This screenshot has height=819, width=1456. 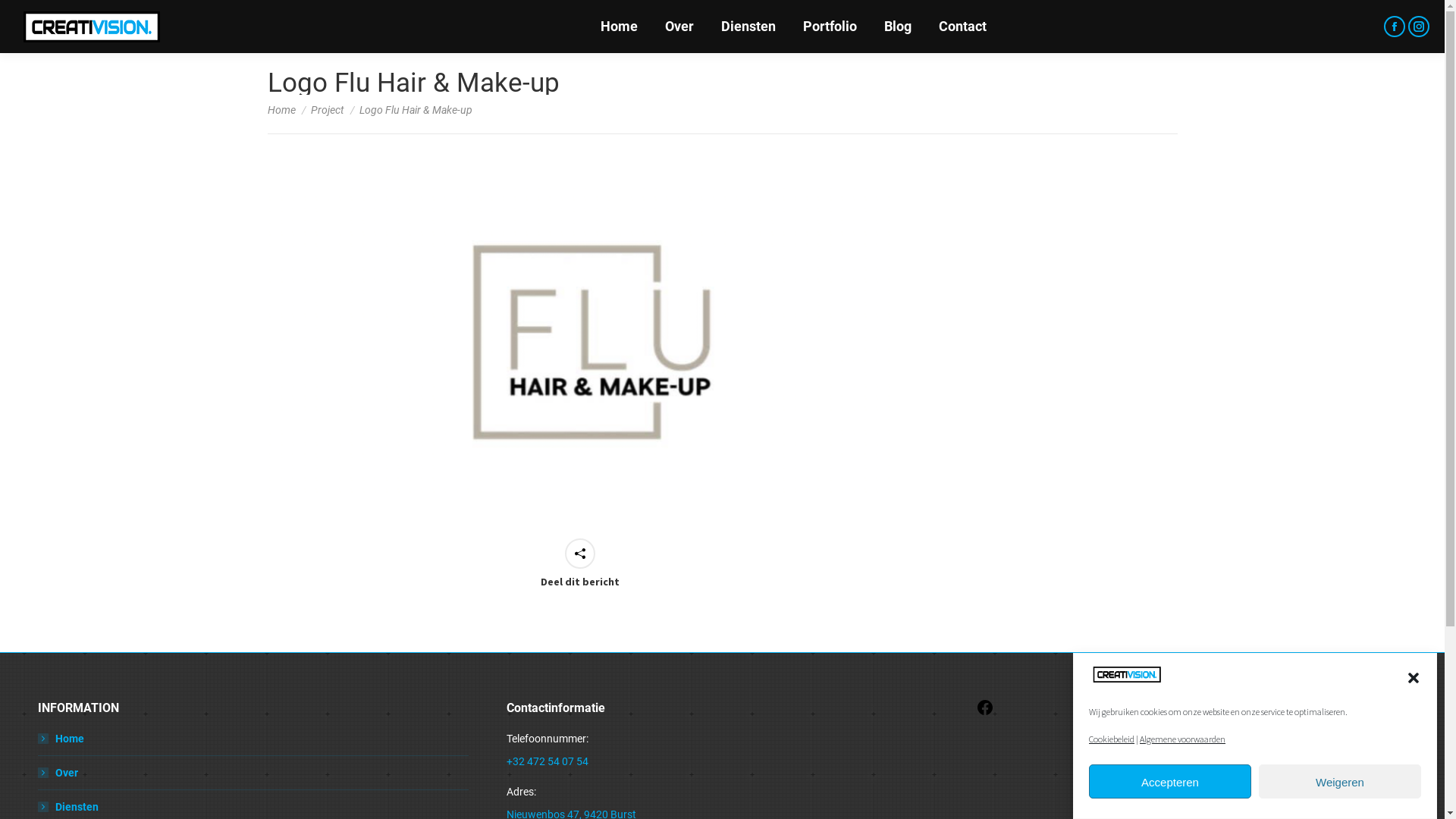 I want to click on 'Instagram page opens in new window', so click(x=1418, y=26).